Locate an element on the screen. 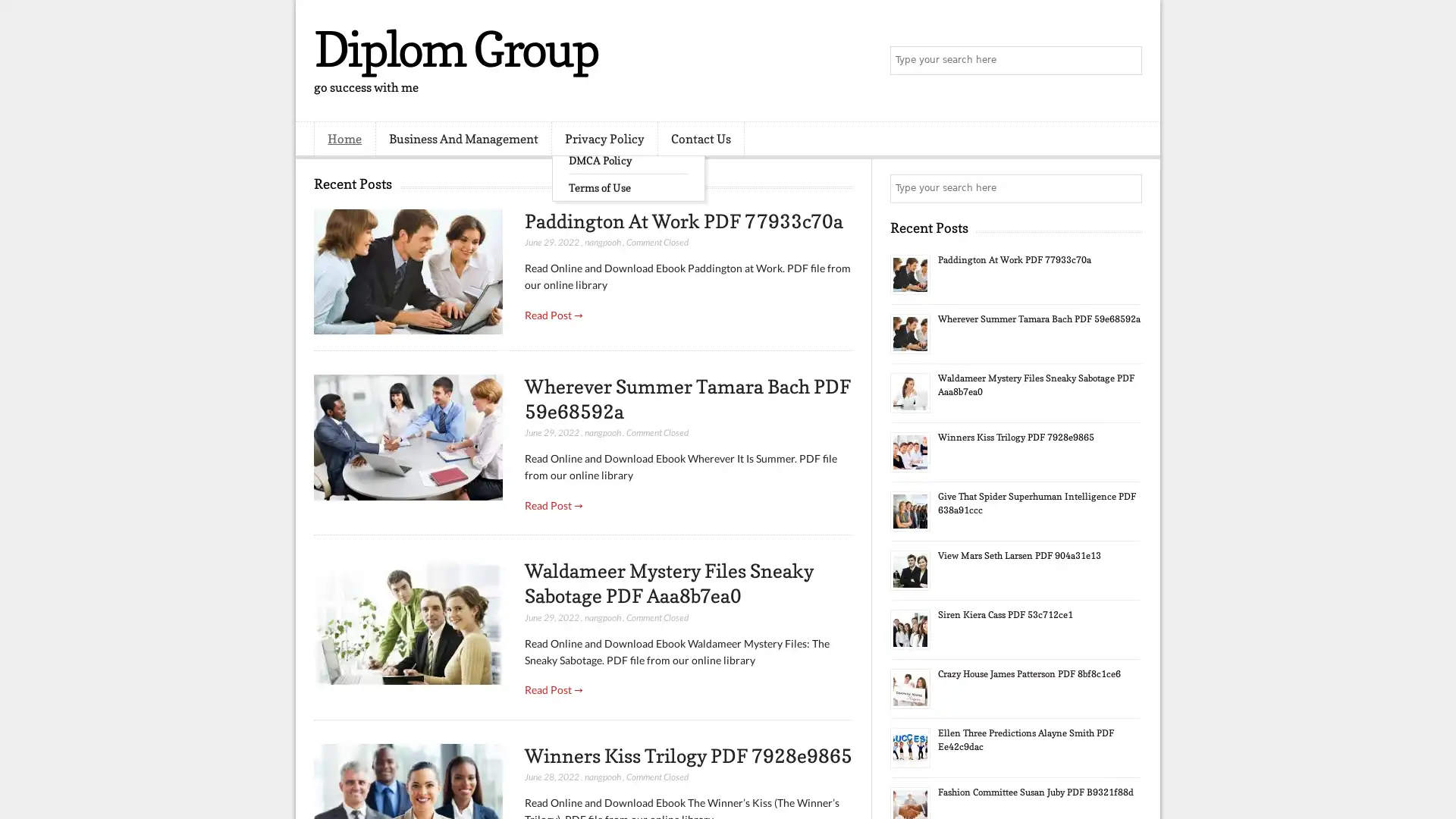  Search is located at coordinates (1126, 188).